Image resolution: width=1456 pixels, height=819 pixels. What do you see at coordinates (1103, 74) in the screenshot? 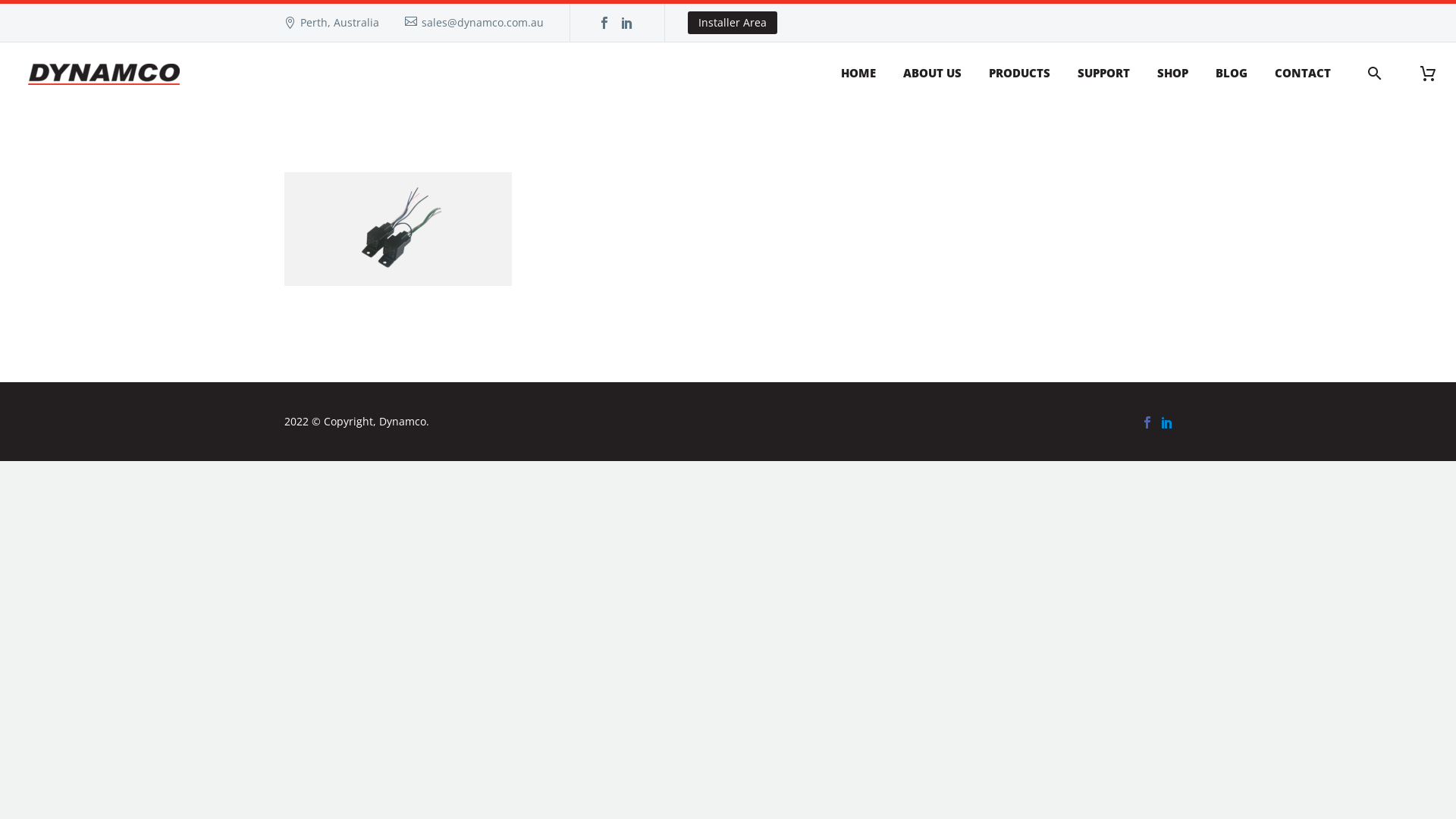
I see `'SUPPORT'` at bounding box center [1103, 74].